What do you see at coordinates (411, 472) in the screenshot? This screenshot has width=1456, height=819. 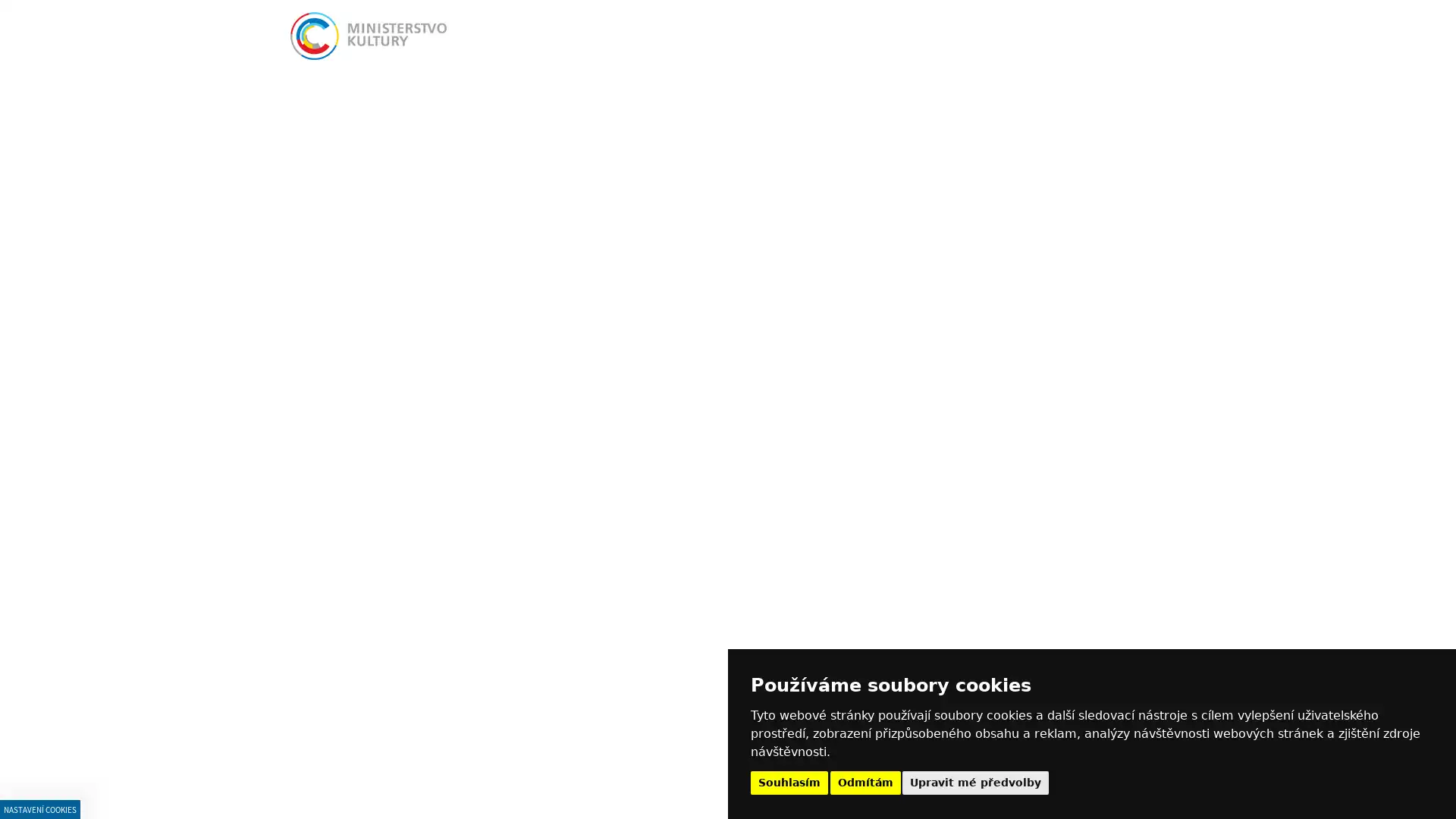 I see `AVIZA` at bounding box center [411, 472].